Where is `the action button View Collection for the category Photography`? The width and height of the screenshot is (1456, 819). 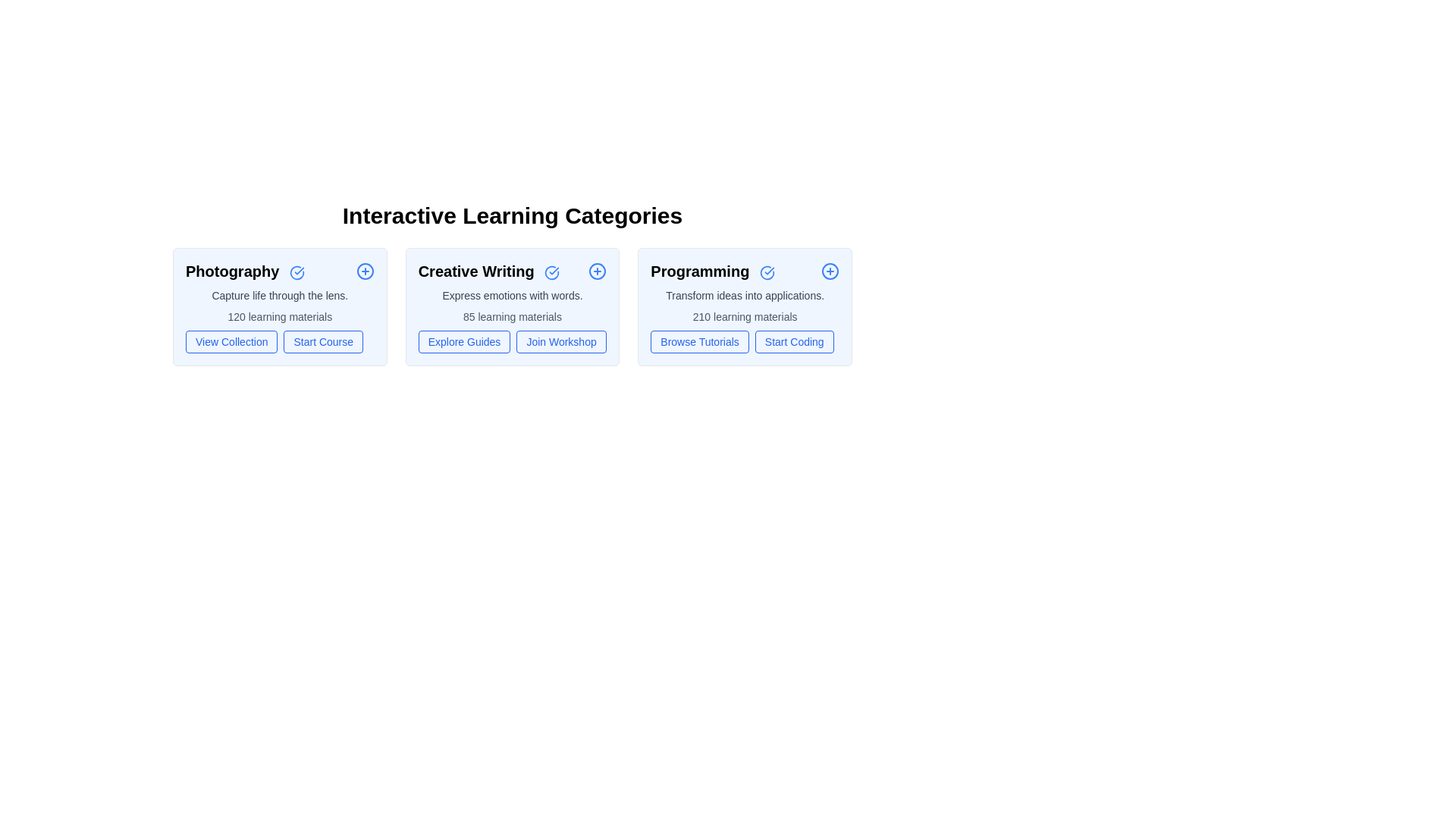
the action button View Collection for the category Photography is located at coordinates (231, 342).